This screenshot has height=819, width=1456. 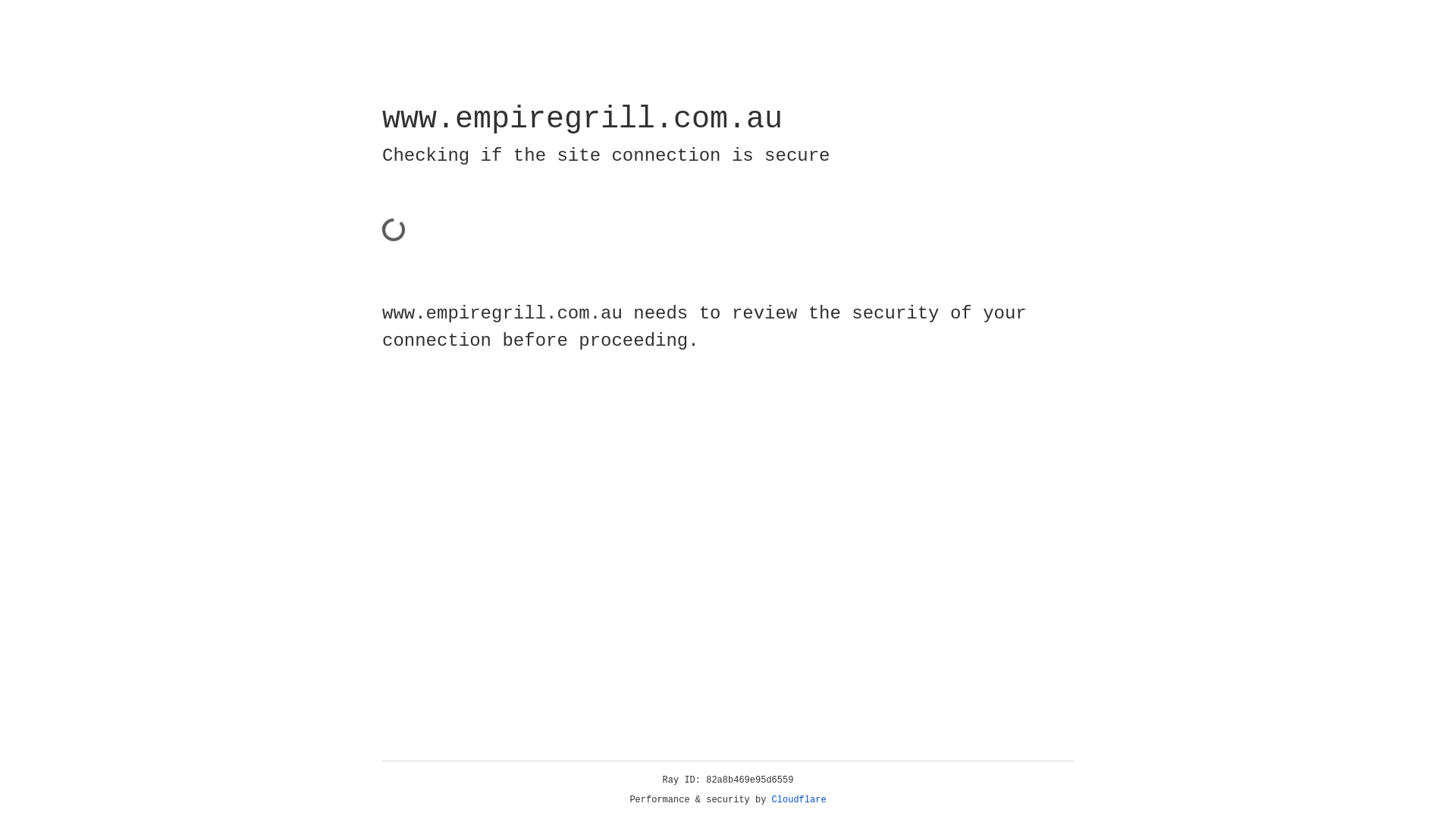 I want to click on 'Cloudflare', so click(x=799, y=799).